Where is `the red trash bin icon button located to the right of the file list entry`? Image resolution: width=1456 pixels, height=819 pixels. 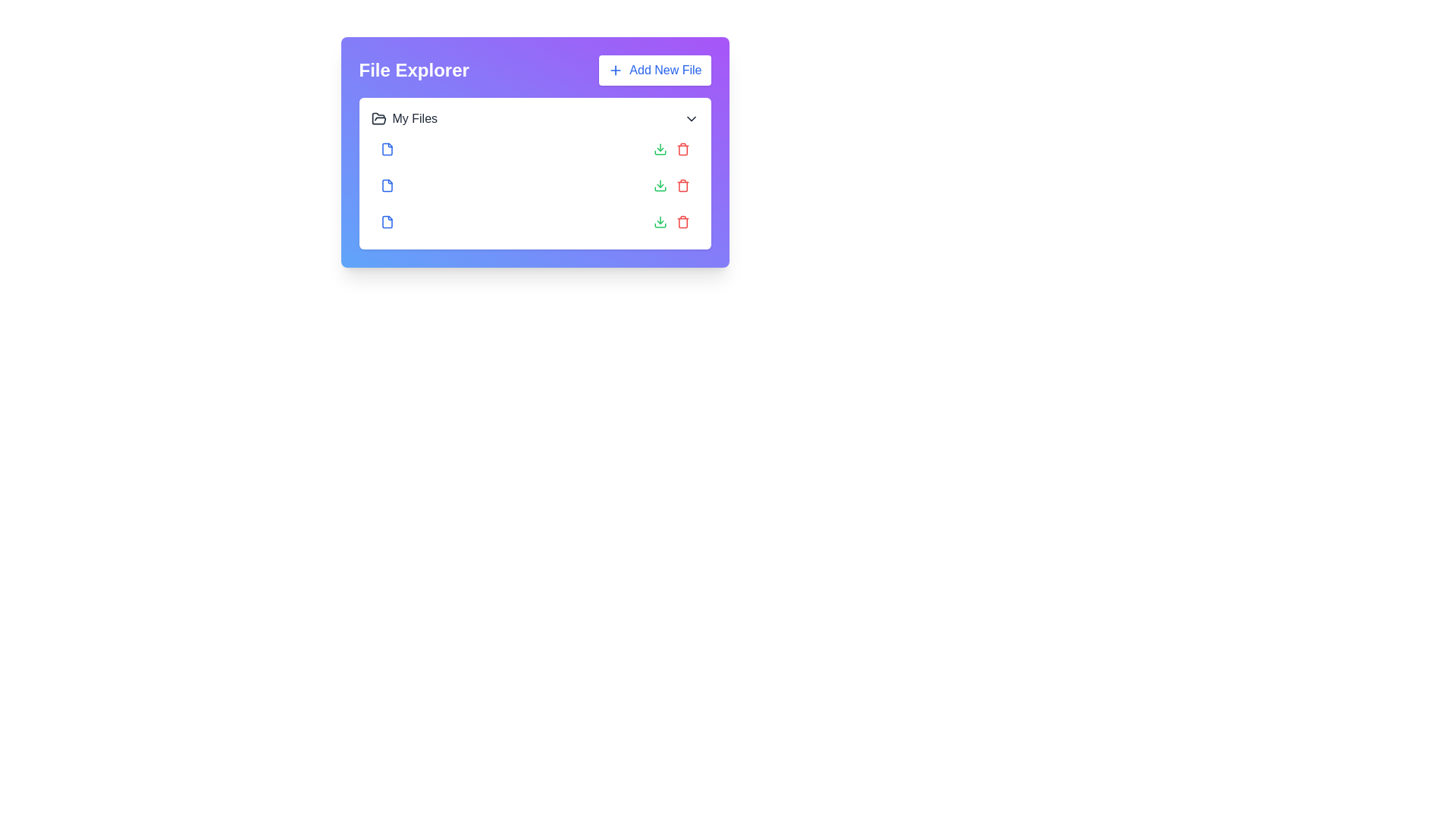
the red trash bin icon button located to the right of the file list entry is located at coordinates (682, 149).